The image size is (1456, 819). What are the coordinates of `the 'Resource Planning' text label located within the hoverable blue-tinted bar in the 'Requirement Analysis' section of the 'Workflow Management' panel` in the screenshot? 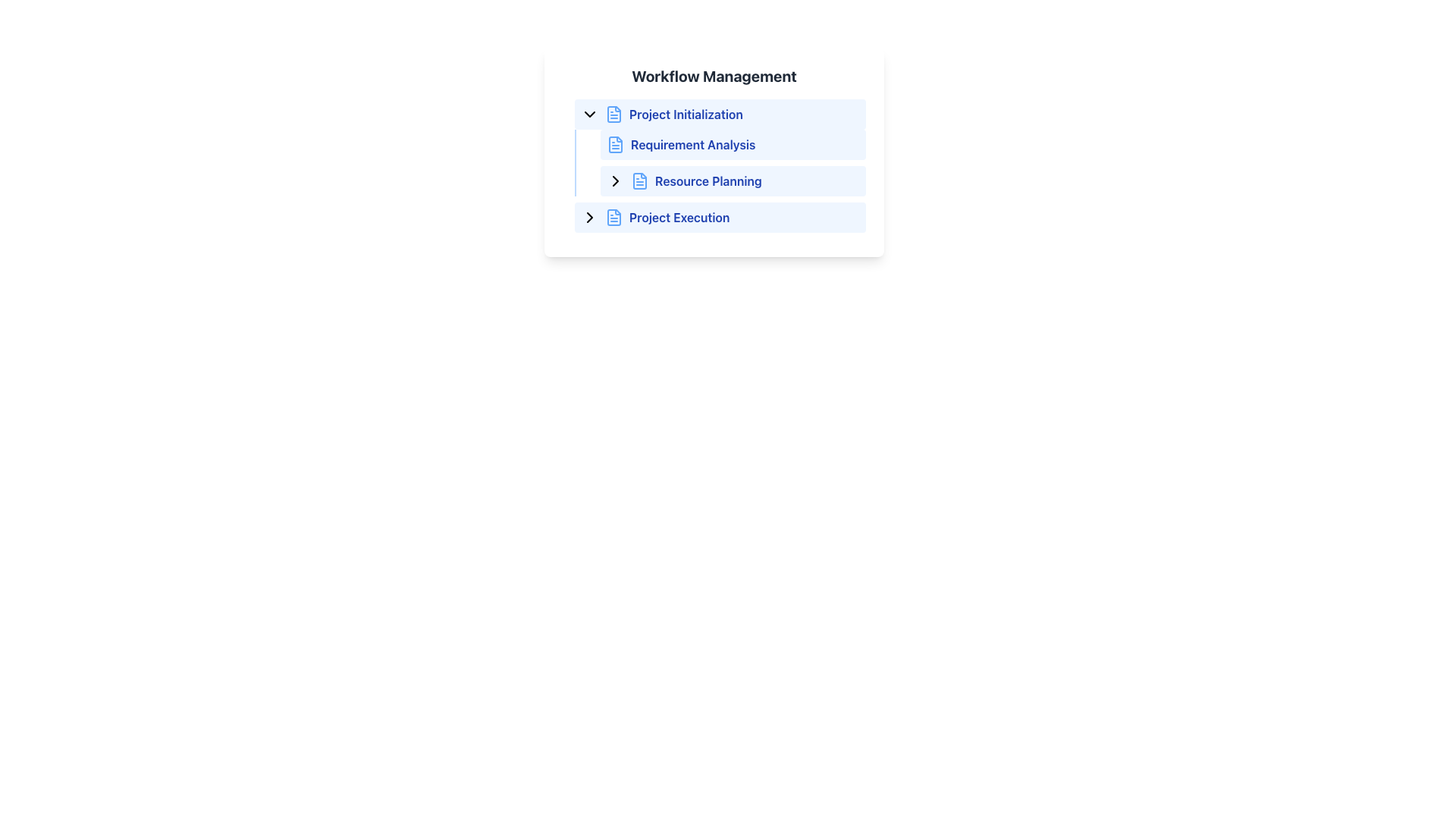 It's located at (708, 180).